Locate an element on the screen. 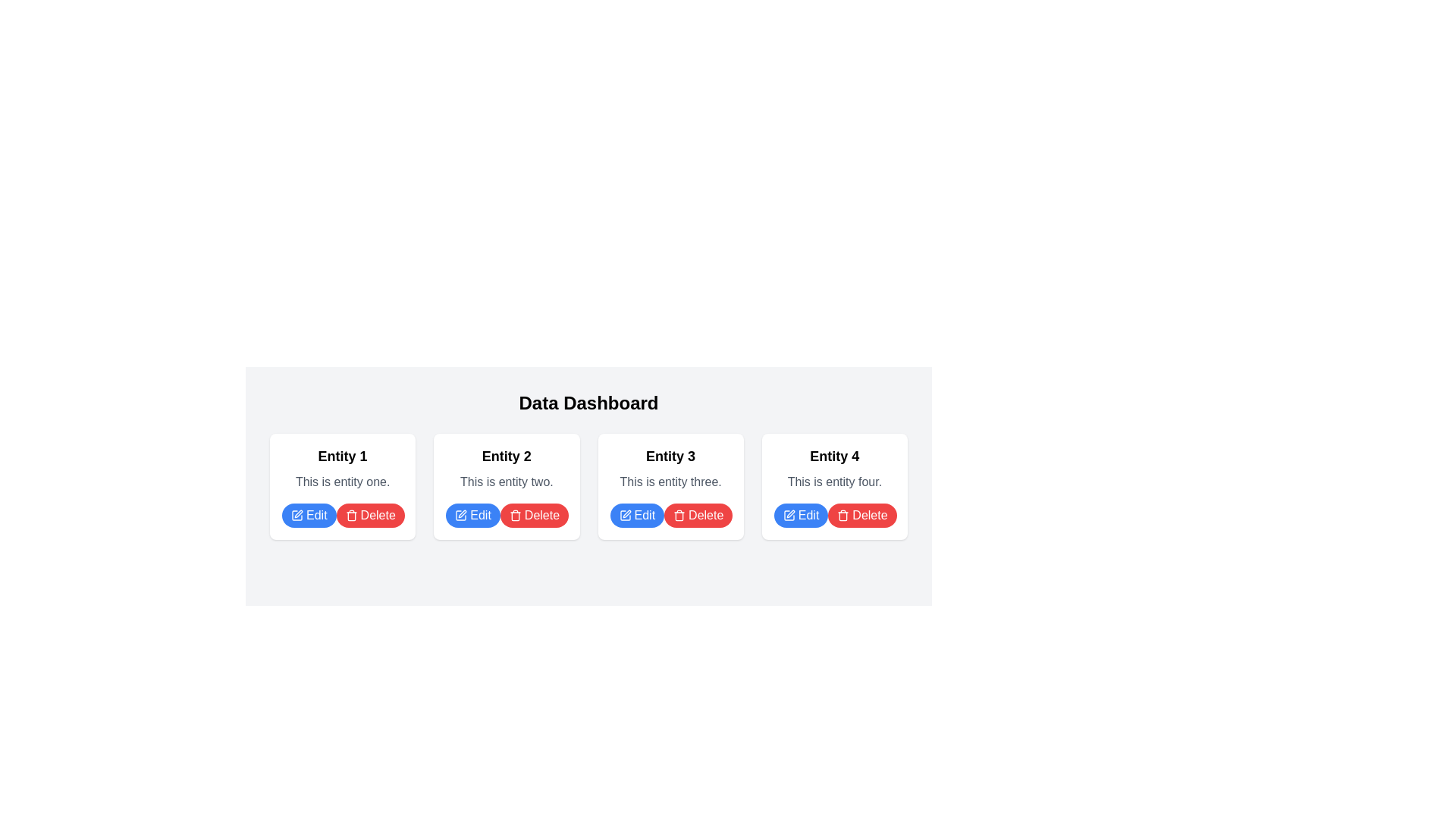 Image resolution: width=1456 pixels, height=819 pixels. the delete icon located at the bottom-right of the red 'Delete' button is located at coordinates (679, 514).